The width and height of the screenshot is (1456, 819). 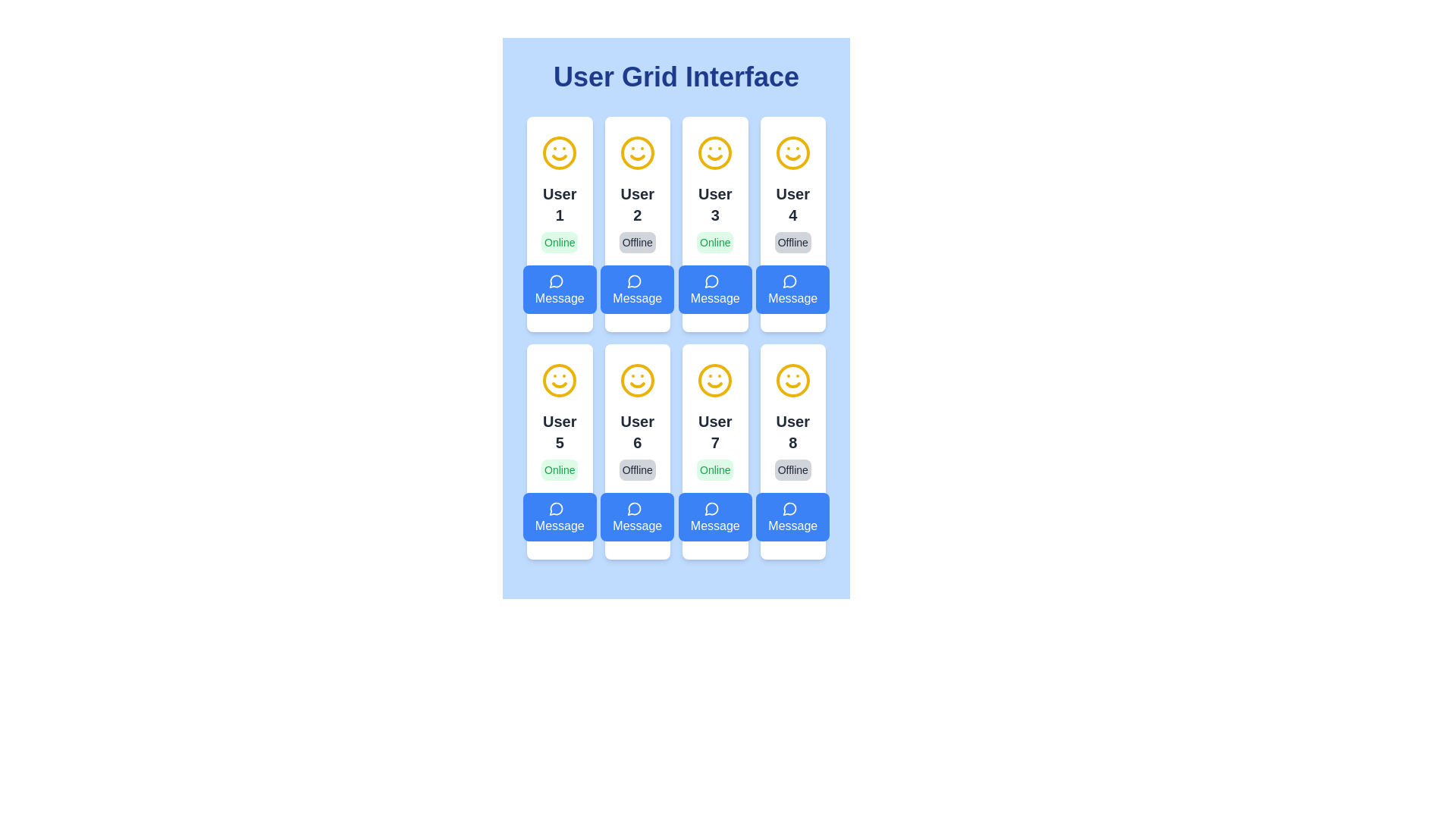 I want to click on the icon within the 'Message' button associated with 'User 8', located in the fourth column of the second row of user sections, so click(x=789, y=509).